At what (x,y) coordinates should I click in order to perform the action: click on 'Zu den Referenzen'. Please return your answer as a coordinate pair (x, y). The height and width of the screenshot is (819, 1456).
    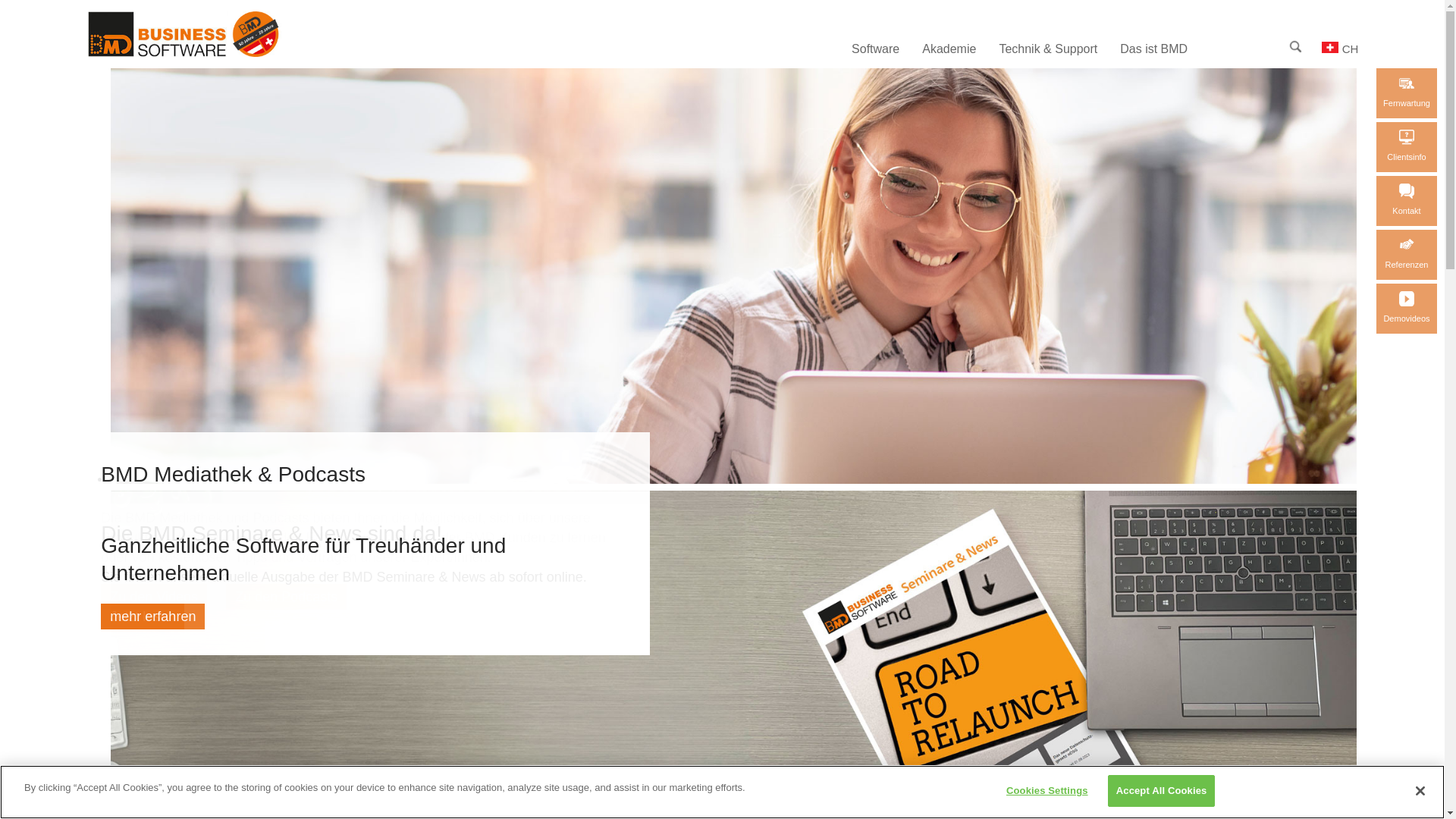
    Looking at the image, I should click on (1405, 244).